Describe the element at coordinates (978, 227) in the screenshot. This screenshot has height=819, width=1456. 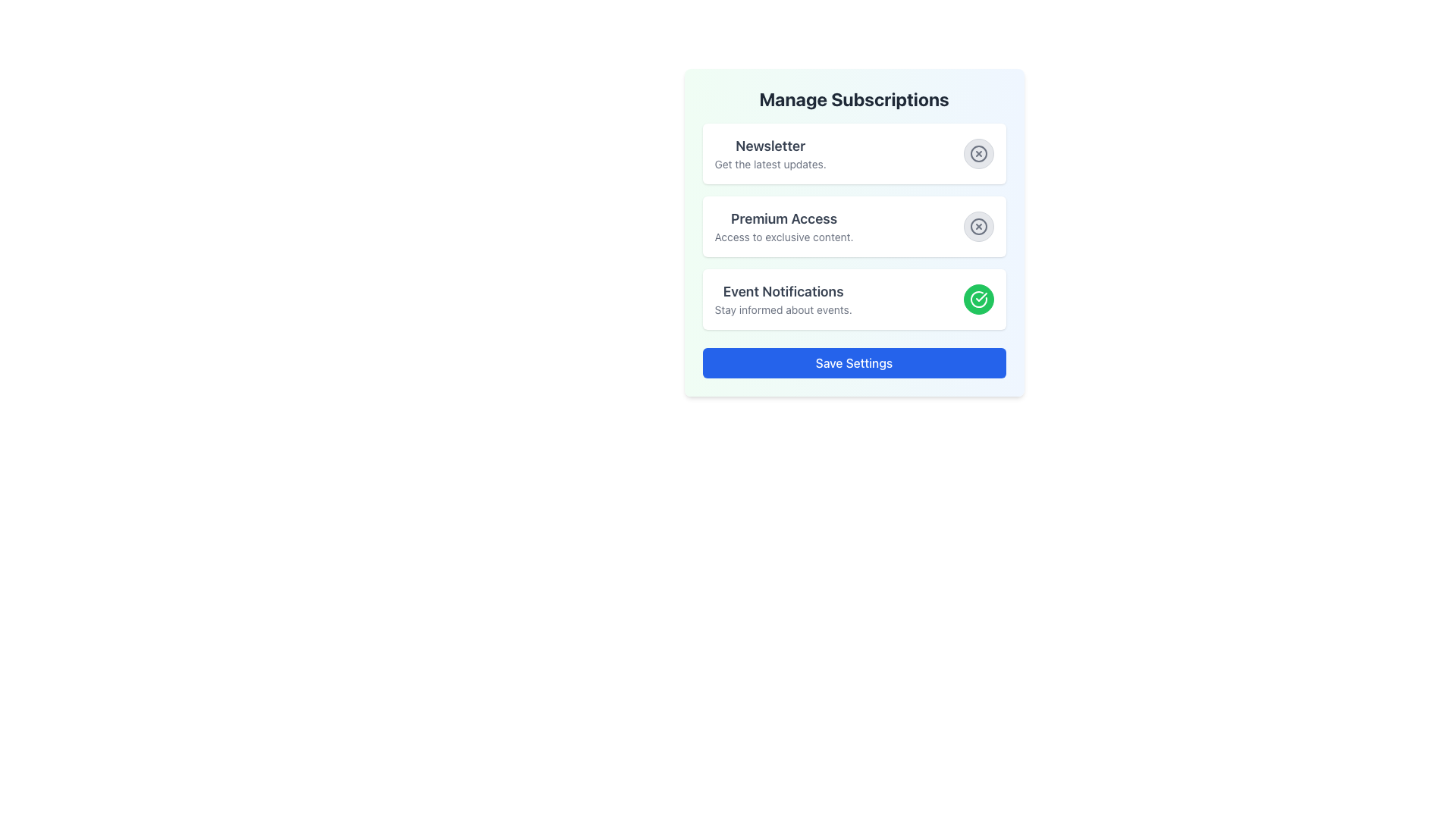
I see `the button to the right of the 'Premium Access' option in the 'Manage Subscriptions' section` at that location.